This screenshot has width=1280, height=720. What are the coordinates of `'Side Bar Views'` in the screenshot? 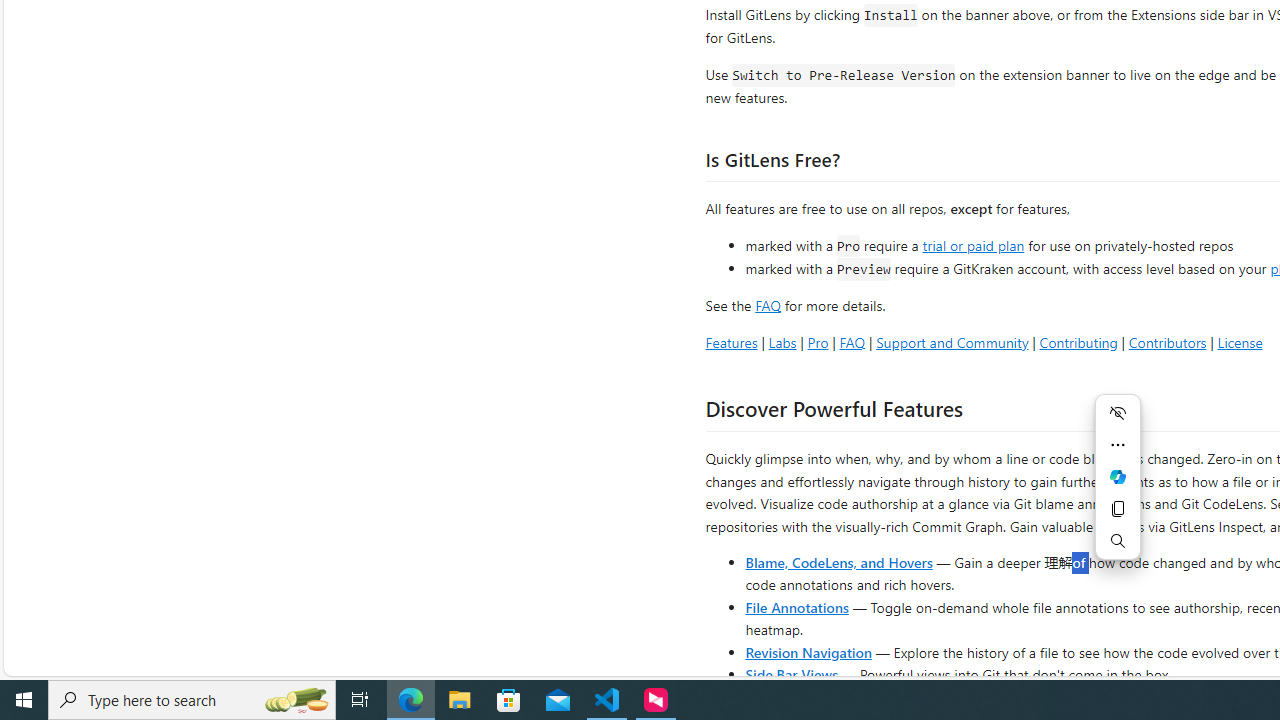 It's located at (790, 673).